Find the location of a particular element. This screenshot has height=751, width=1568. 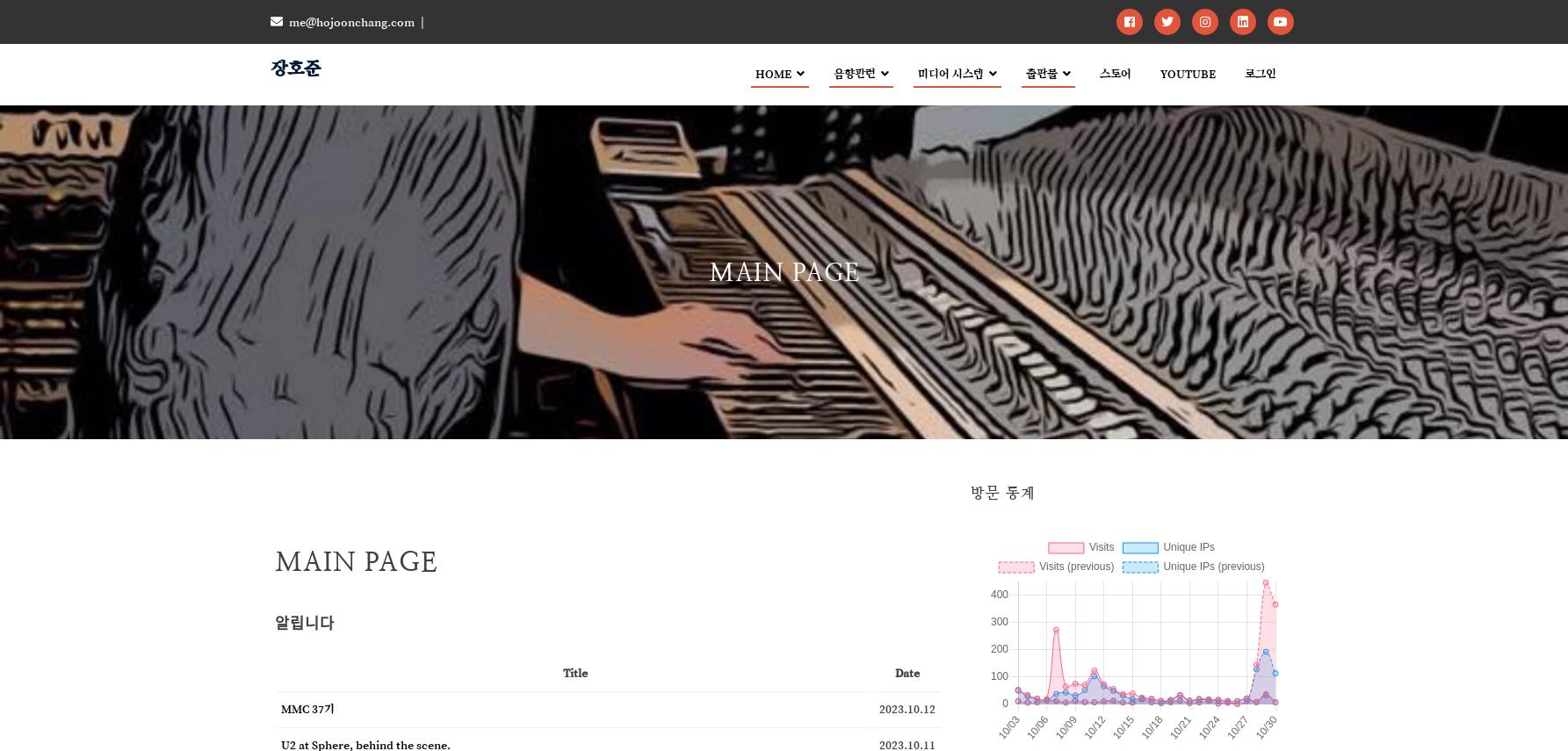

'Date' is located at coordinates (907, 670).